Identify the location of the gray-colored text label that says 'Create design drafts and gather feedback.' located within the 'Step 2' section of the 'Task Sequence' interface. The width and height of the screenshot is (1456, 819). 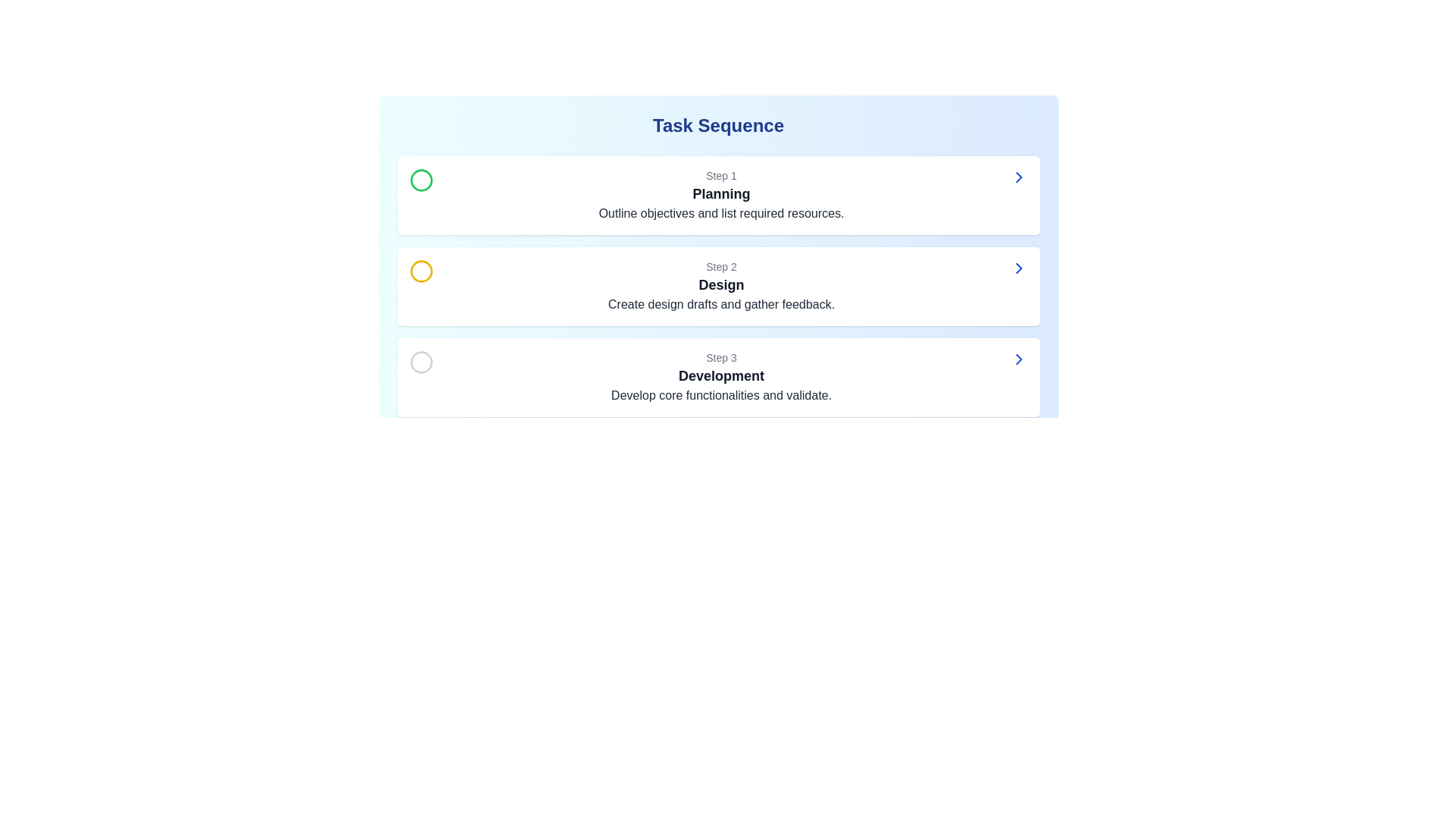
(720, 304).